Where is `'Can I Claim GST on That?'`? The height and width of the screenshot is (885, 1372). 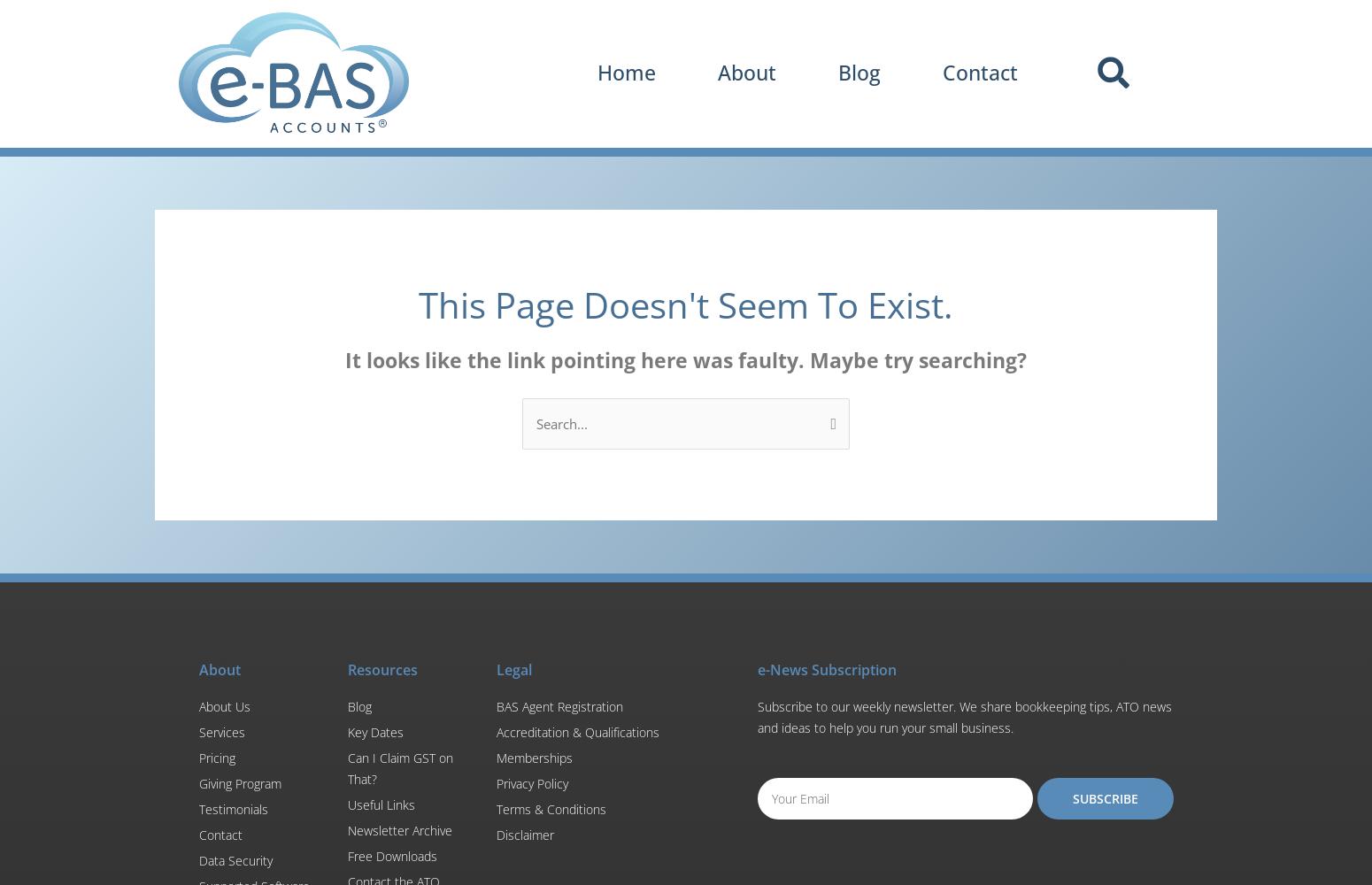 'Can I Claim GST on That?' is located at coordinates (400, 766).